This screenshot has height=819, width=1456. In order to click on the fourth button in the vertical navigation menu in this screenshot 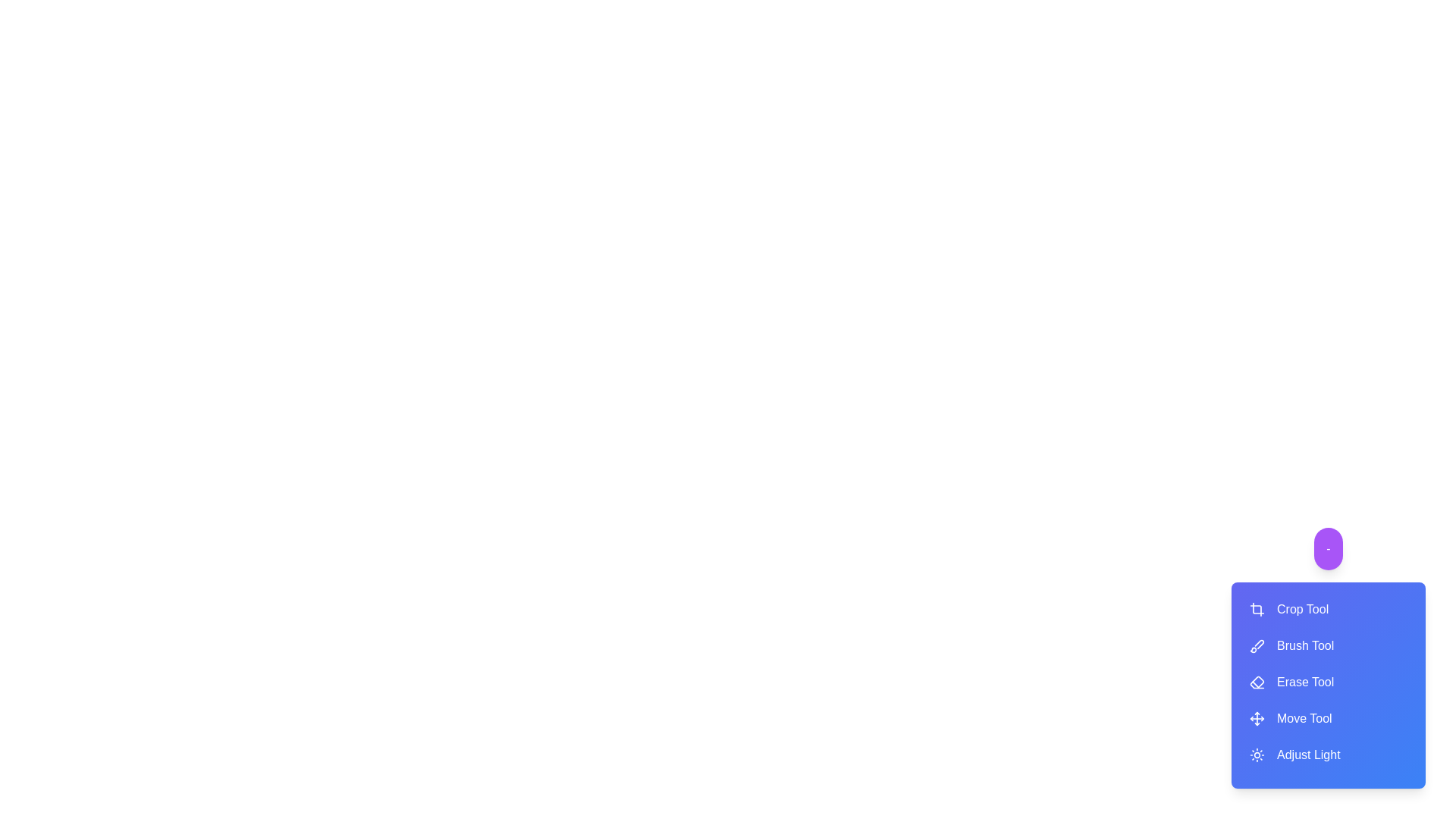, I will do `click(1328, 718)`.